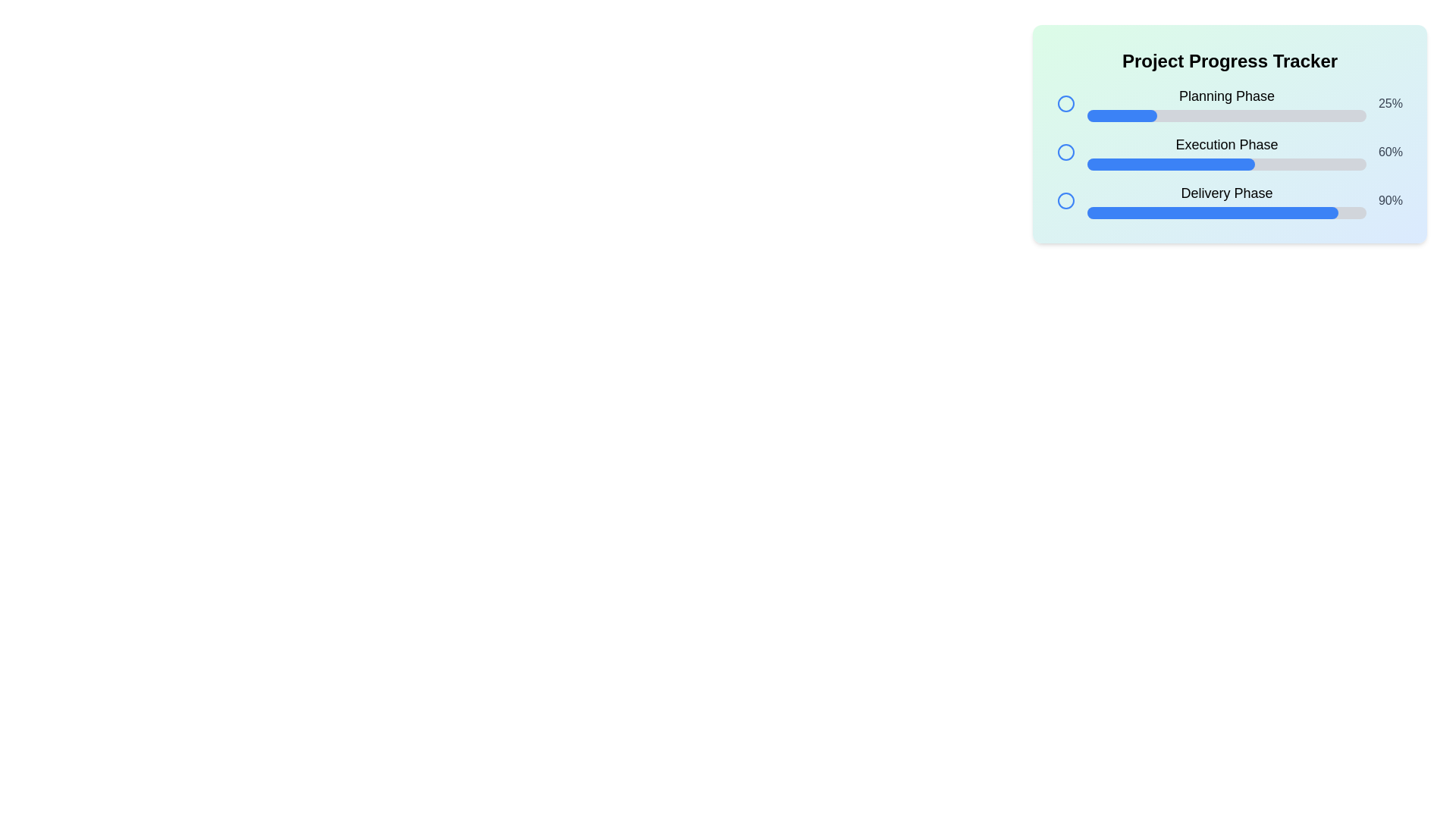 This screenshot has height=819, width=1456. I want to click on the filled portion of the progress bar segment that indicates 25% completion for the 'Planning Phase' task to interact with it, so click(1122, 115).